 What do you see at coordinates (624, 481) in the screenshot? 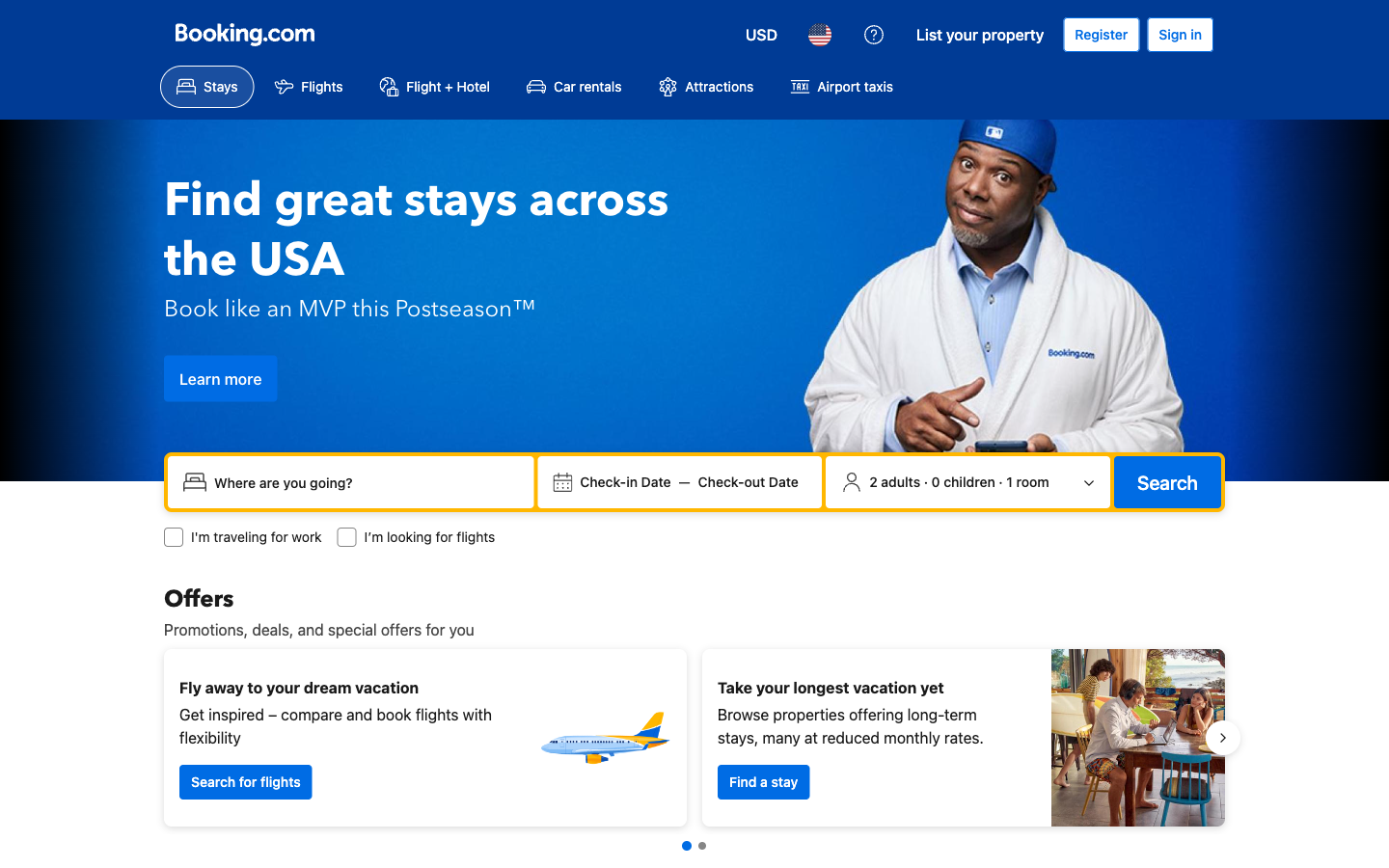
I see `the check in dates by clicking on the check in Data button` at bounding box center [624, 481].